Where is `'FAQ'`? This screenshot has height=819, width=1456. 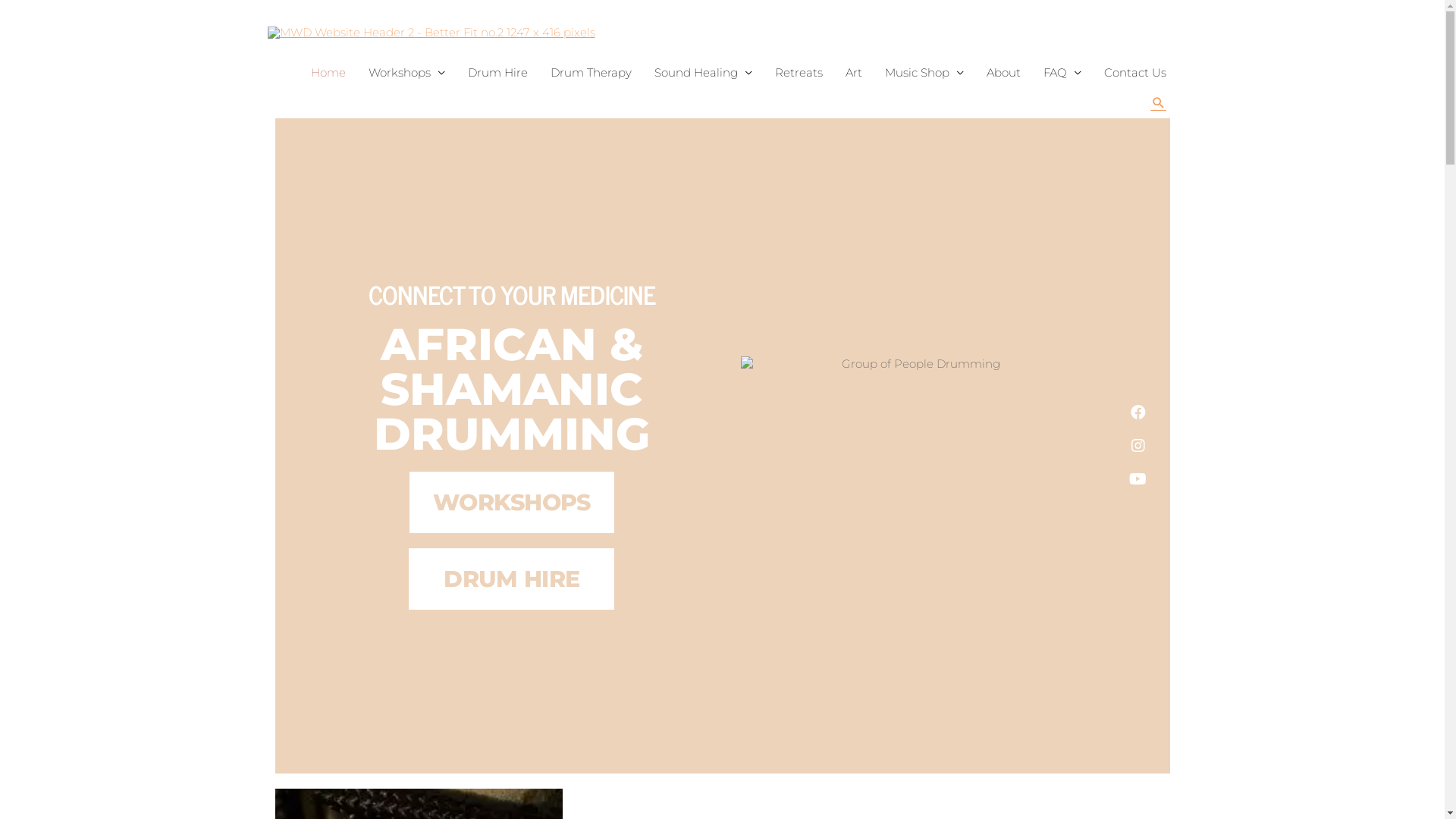 'FAQ' is located at coordinates (1061, 73).